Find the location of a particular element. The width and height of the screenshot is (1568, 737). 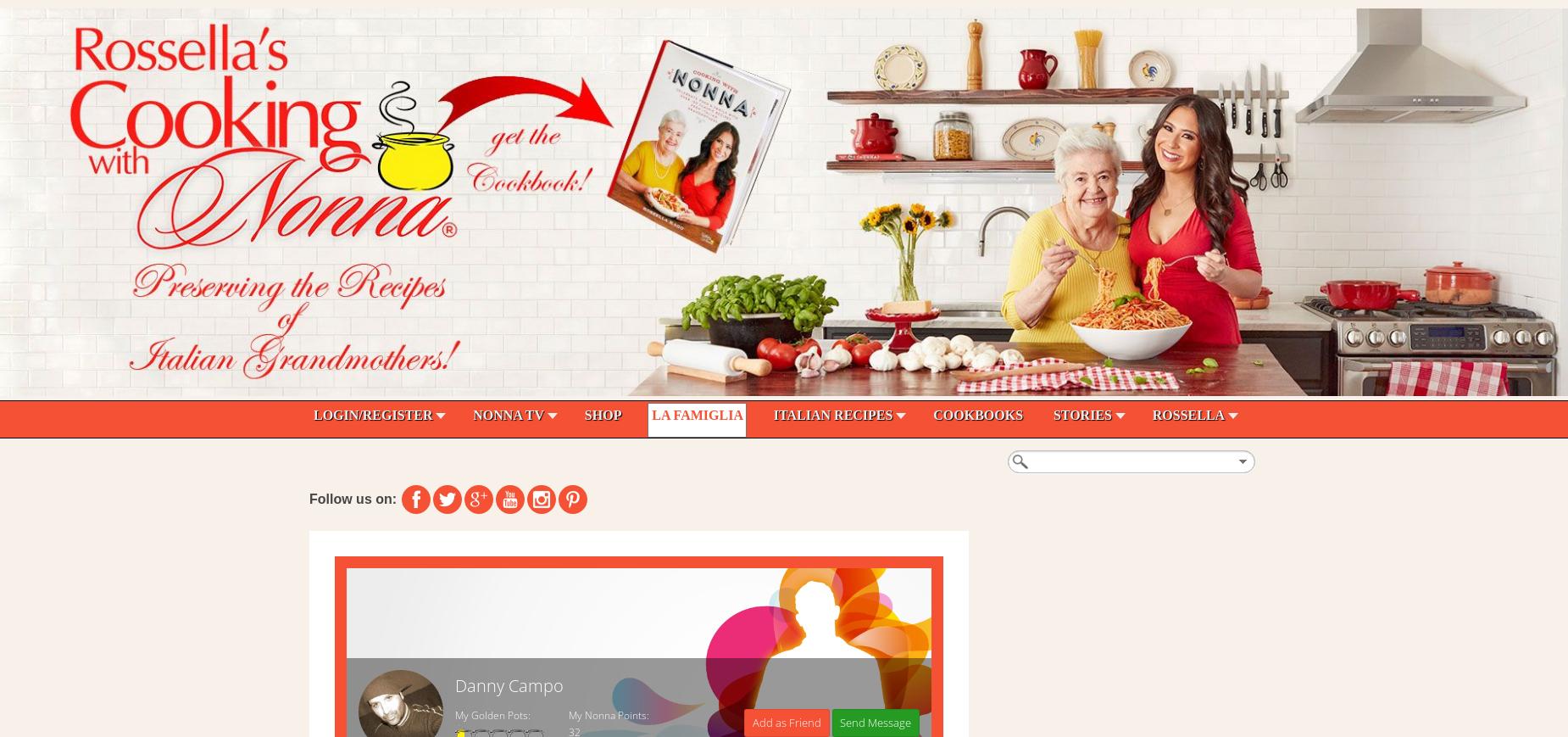

'Search - Easy Blog' is located at coordinates (372, 441).